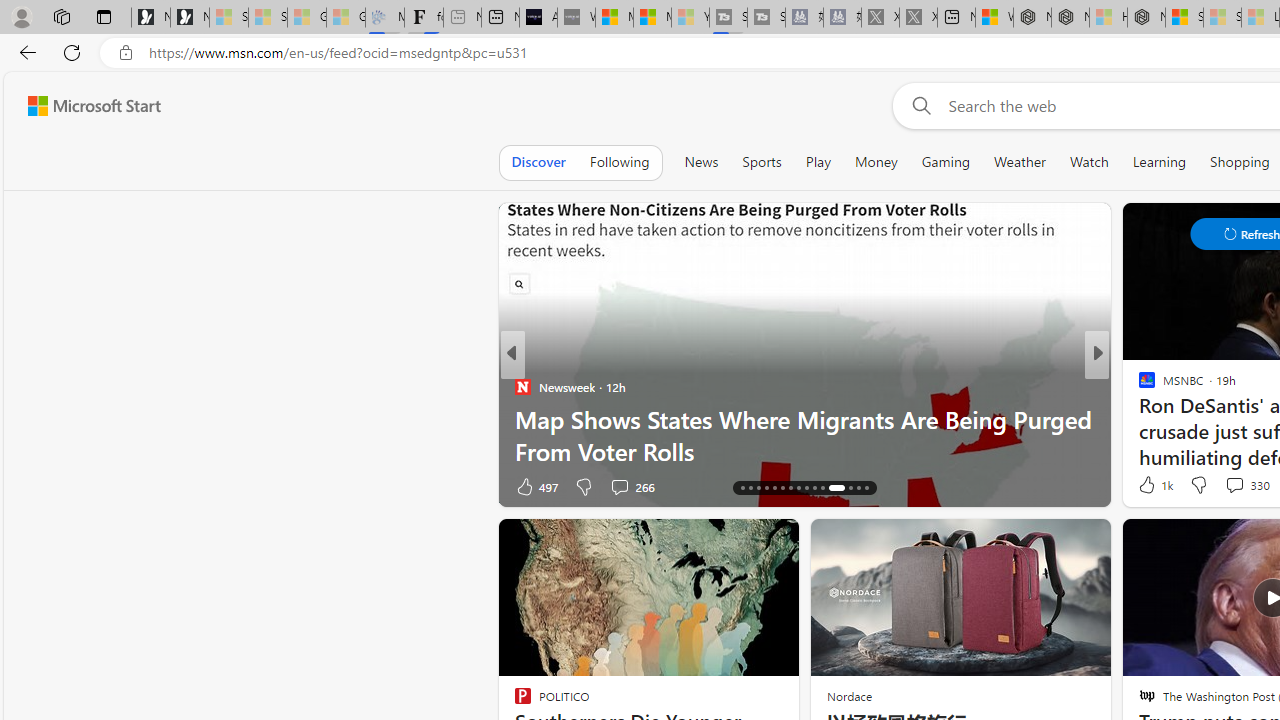 This screenshot has width=1280, height=720. What do you see at coordinates (876, 161) in the screenshot?
I see `'Money'` at bounding box center [876, 161].